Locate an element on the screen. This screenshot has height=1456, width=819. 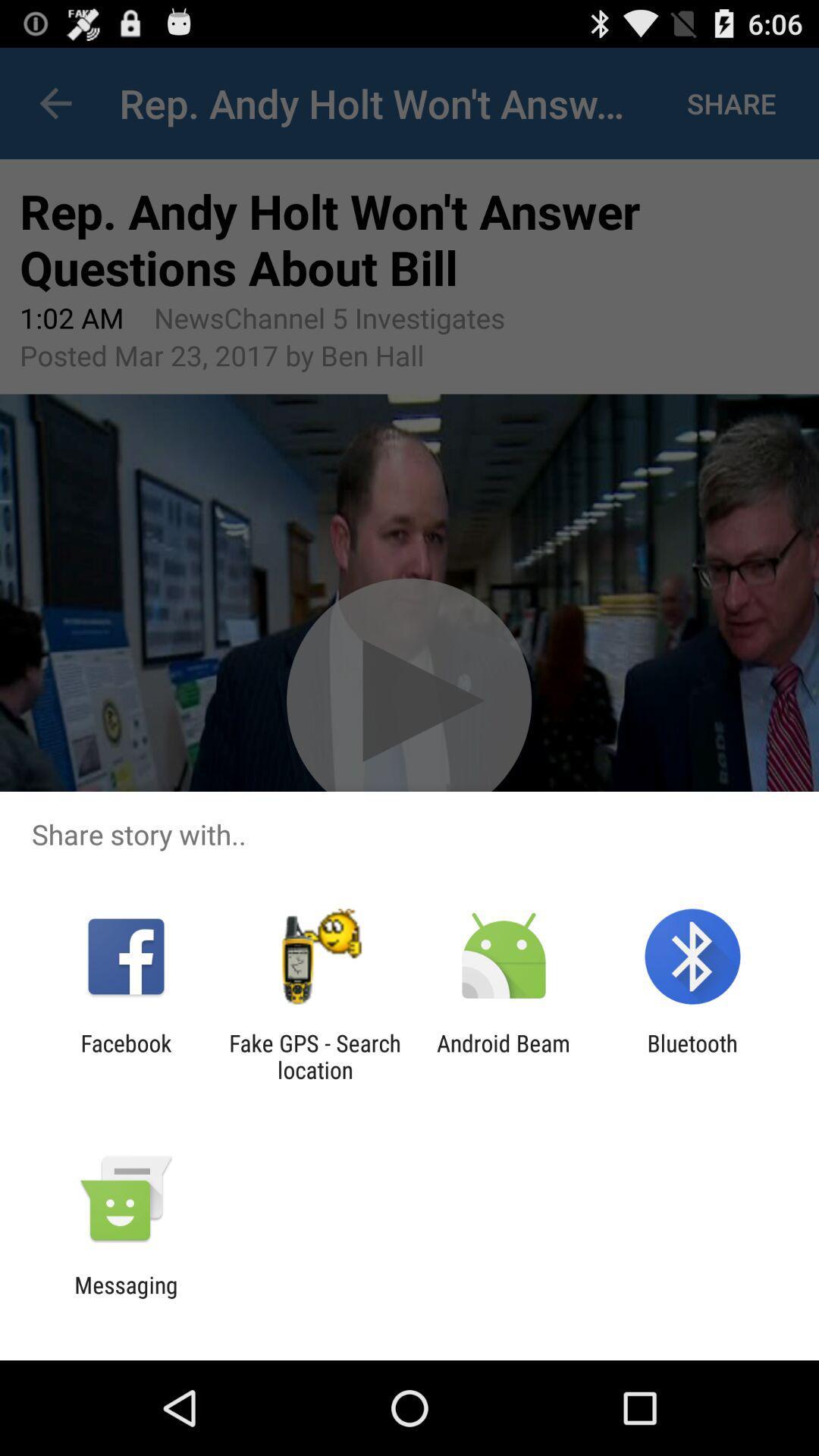
icon next to the android beam app is located at coordinates (692, 1056).